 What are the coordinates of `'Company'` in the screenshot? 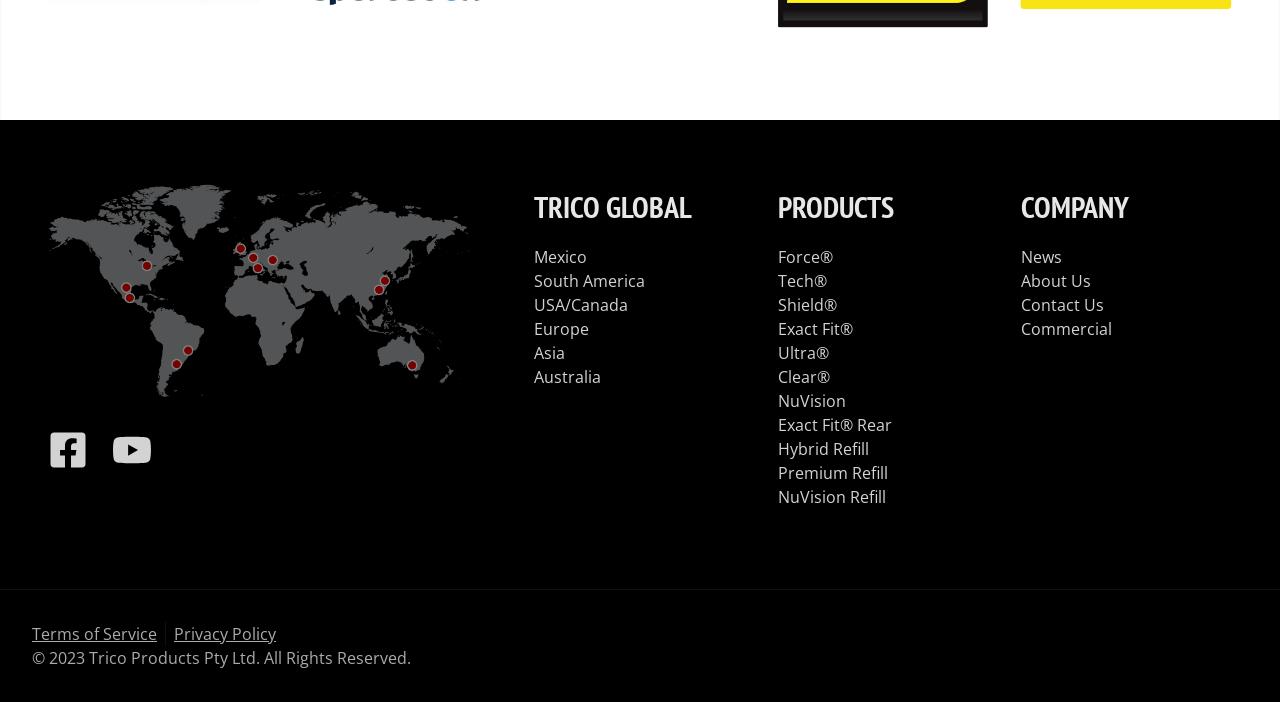 It's located at (1073, 205).